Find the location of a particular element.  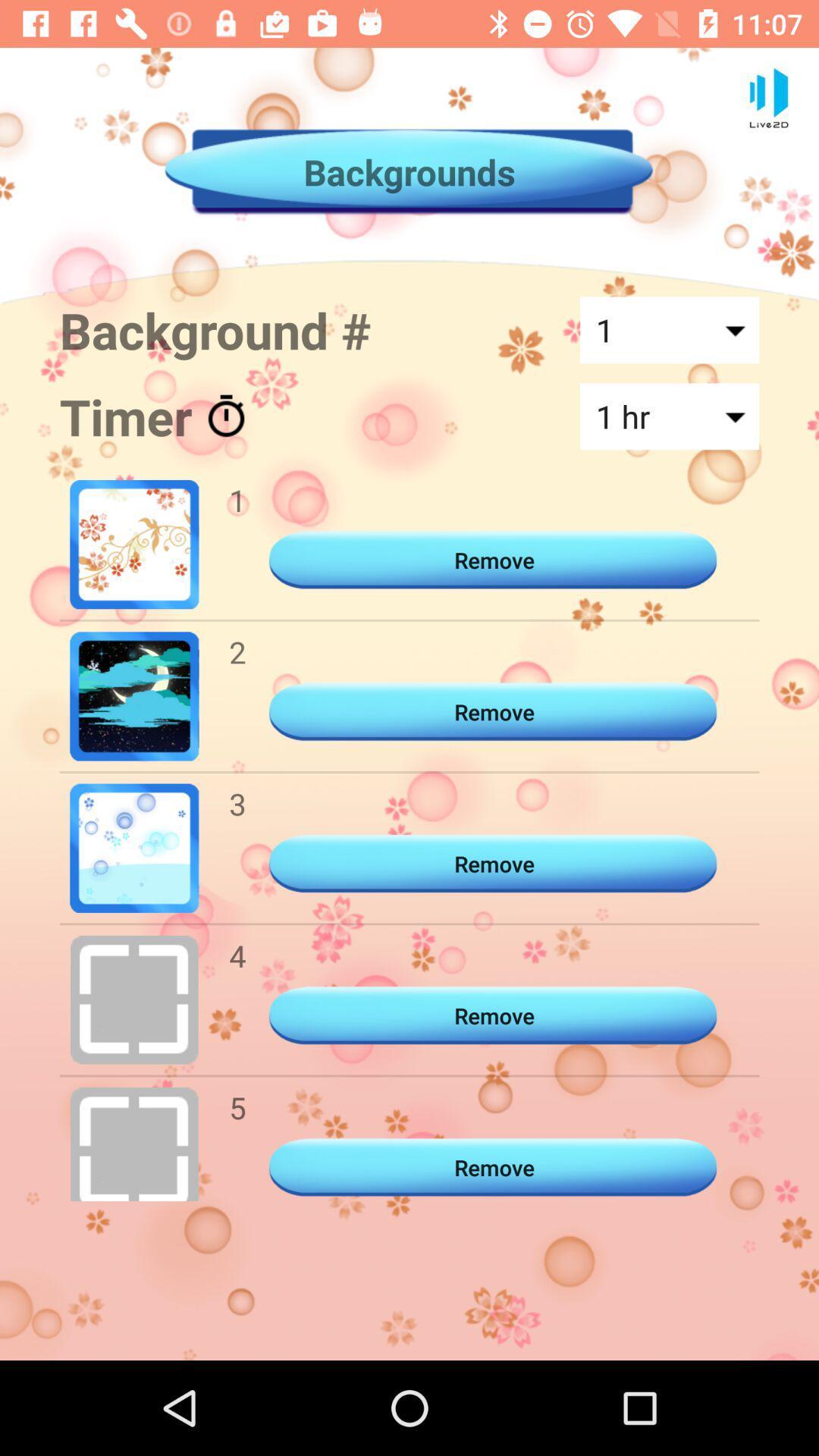

the icon below the 3 is located at coordinates (237, 955).